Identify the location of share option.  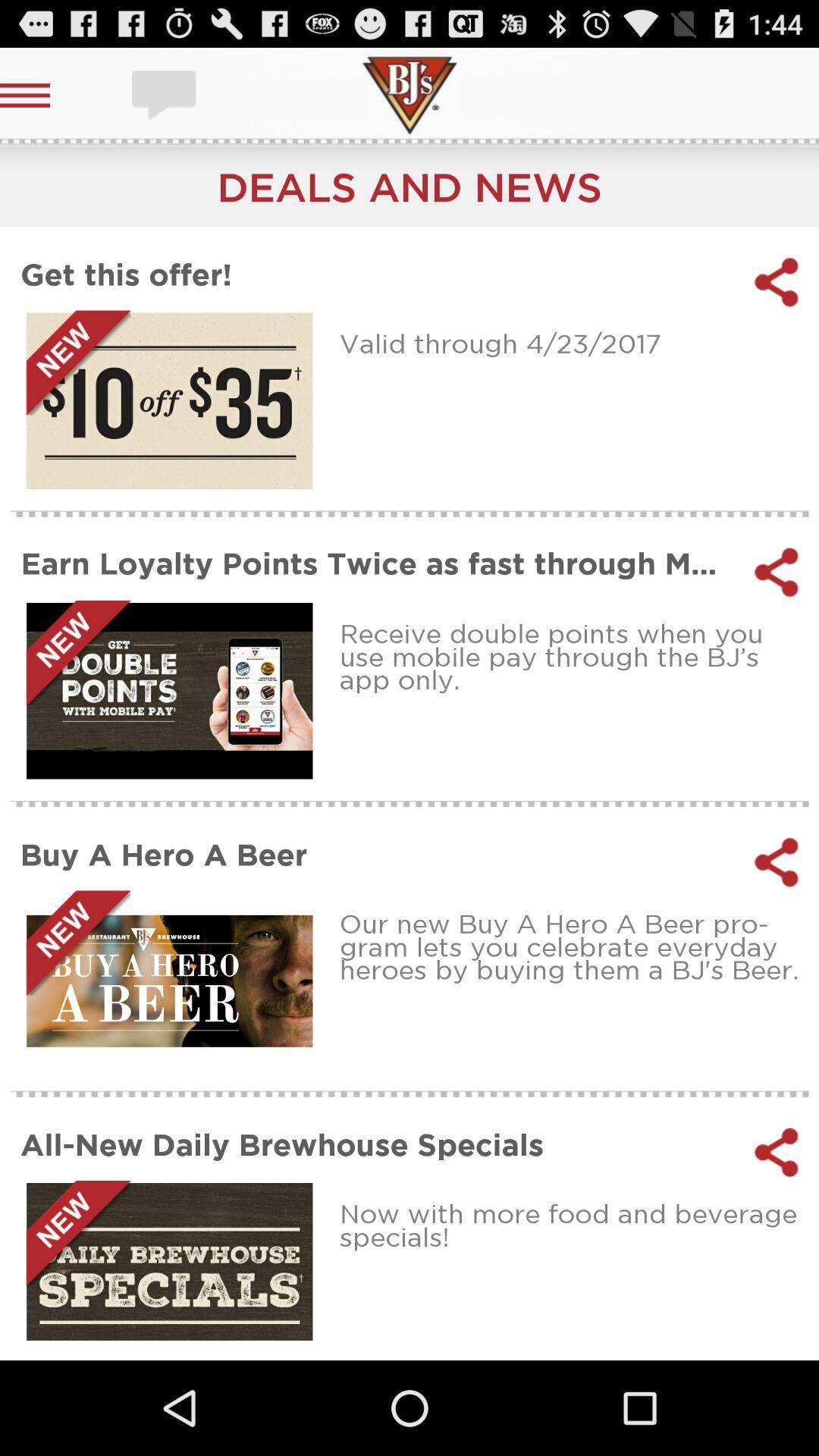
(777, 1152).